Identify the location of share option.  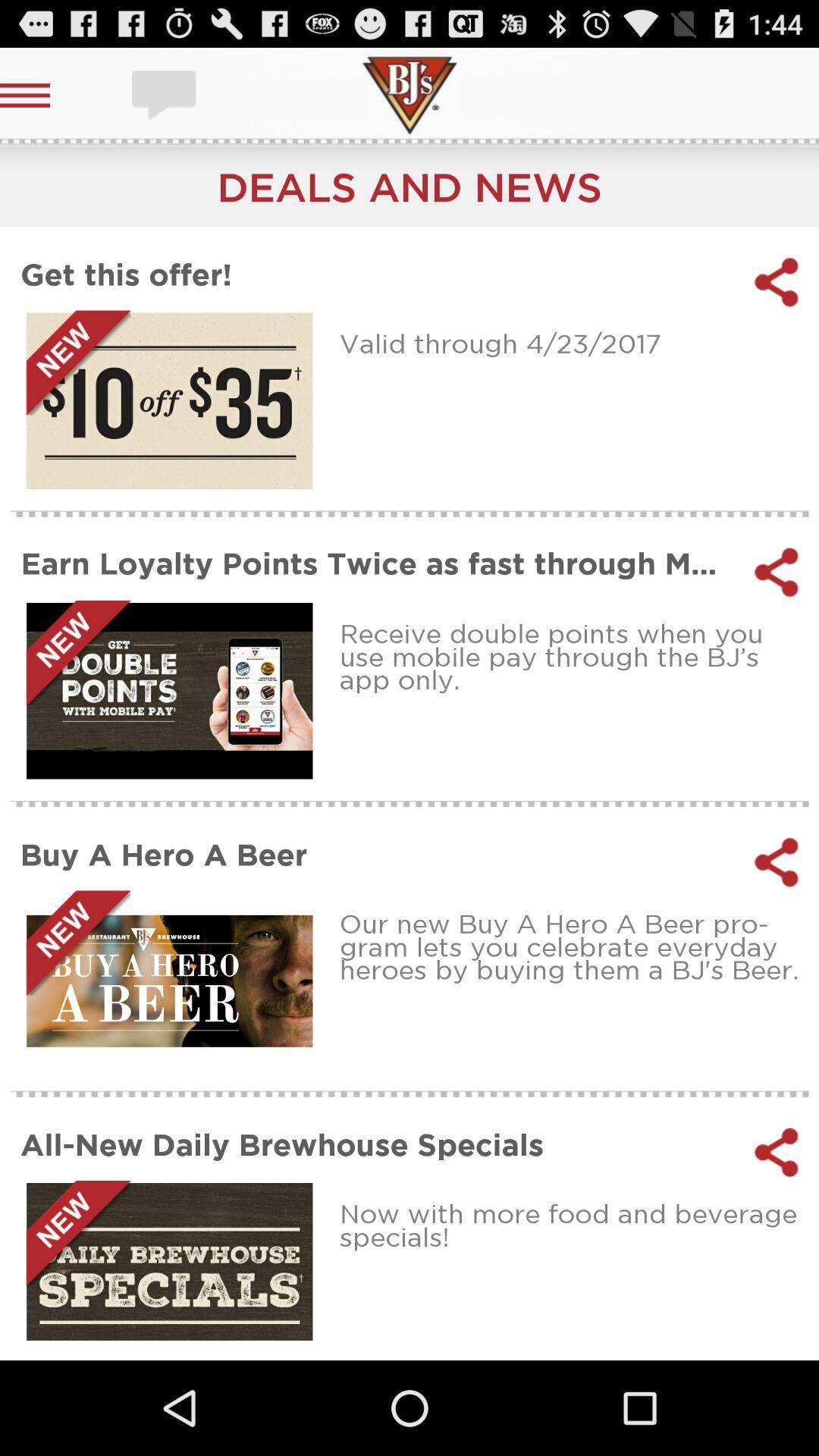
(777, 1152).